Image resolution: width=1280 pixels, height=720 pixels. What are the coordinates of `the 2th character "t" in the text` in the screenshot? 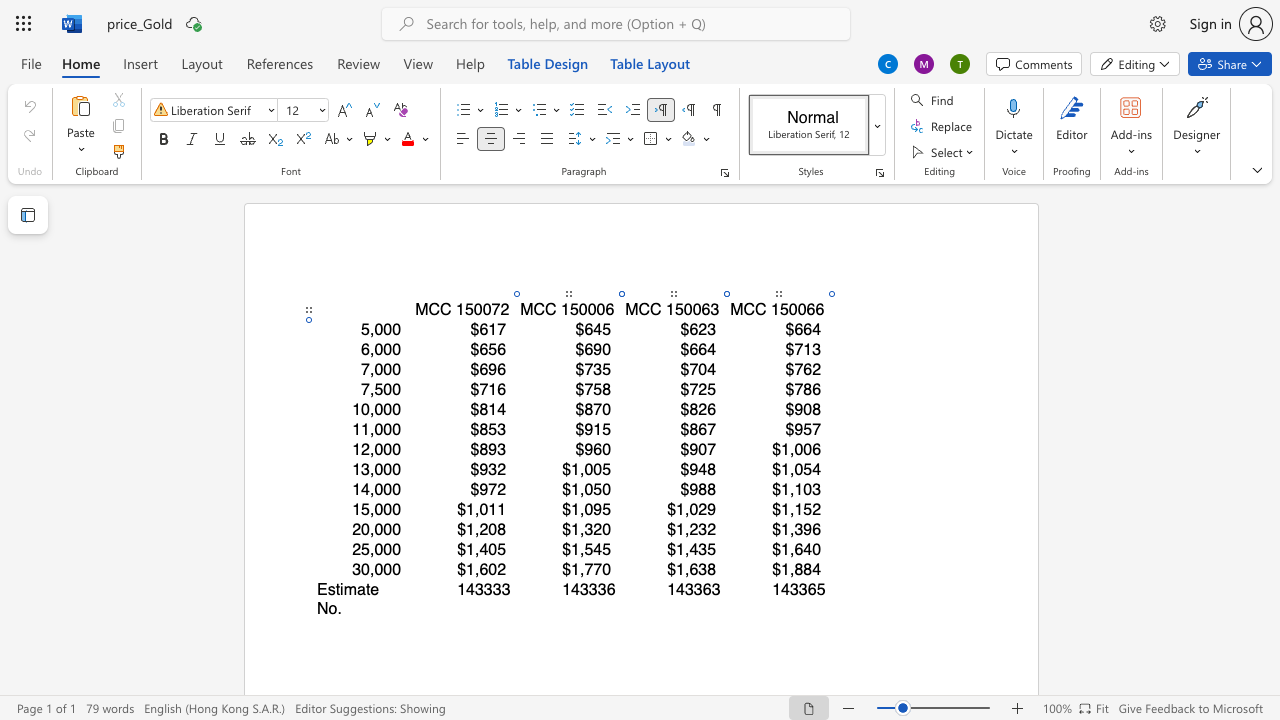 It's located at (368, 588).